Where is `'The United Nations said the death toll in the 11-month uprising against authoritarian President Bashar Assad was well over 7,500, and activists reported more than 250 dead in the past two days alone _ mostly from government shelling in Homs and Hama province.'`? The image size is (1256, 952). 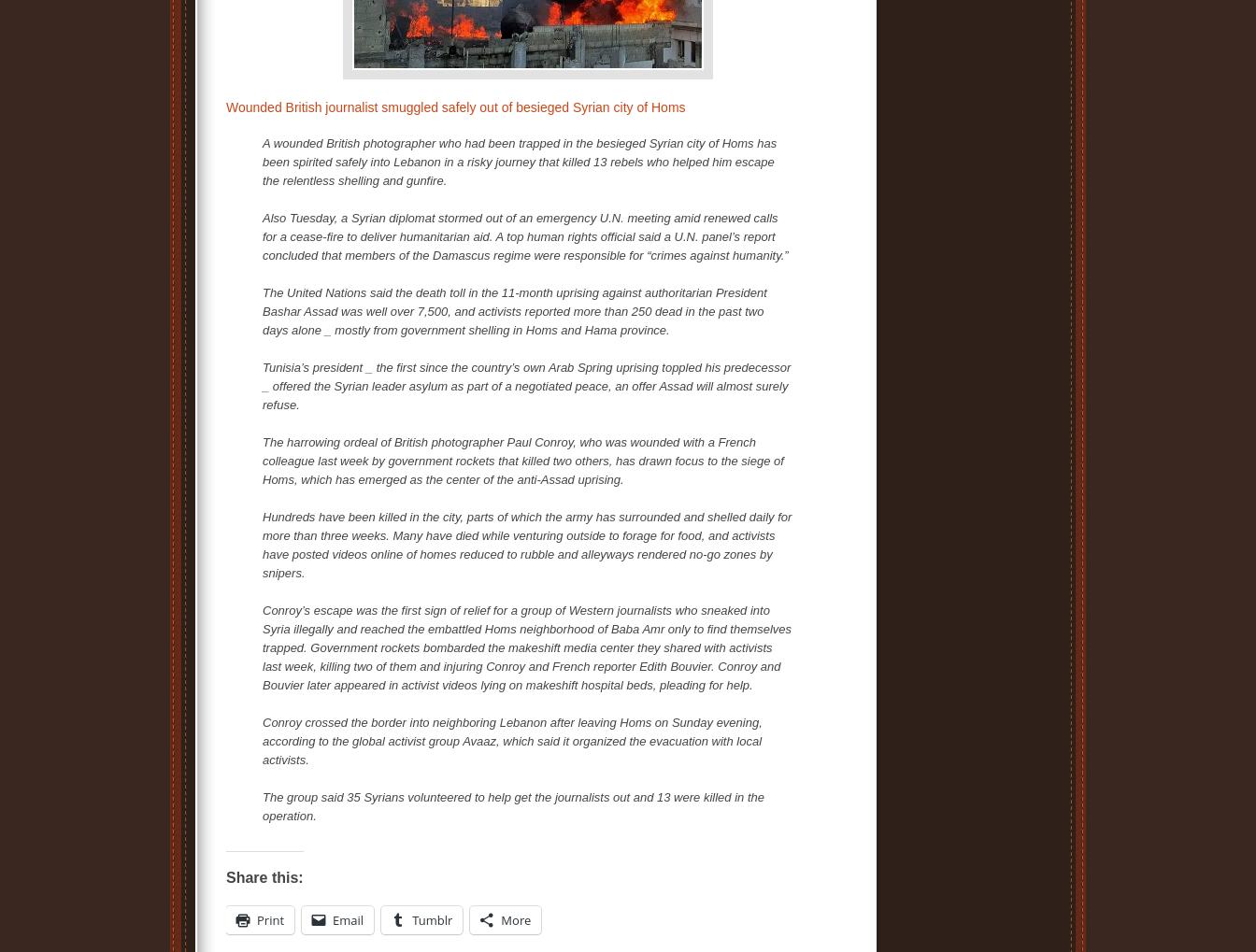
'The United Nations said the death toll in the 11-month uprising against authoritarian President Bashar Assad was well over 7,500, and activists reported more than 250 dead in the past two days alone _ mostly from government shelling in Homs and Hama province.' is located at coordinates (263, 311).